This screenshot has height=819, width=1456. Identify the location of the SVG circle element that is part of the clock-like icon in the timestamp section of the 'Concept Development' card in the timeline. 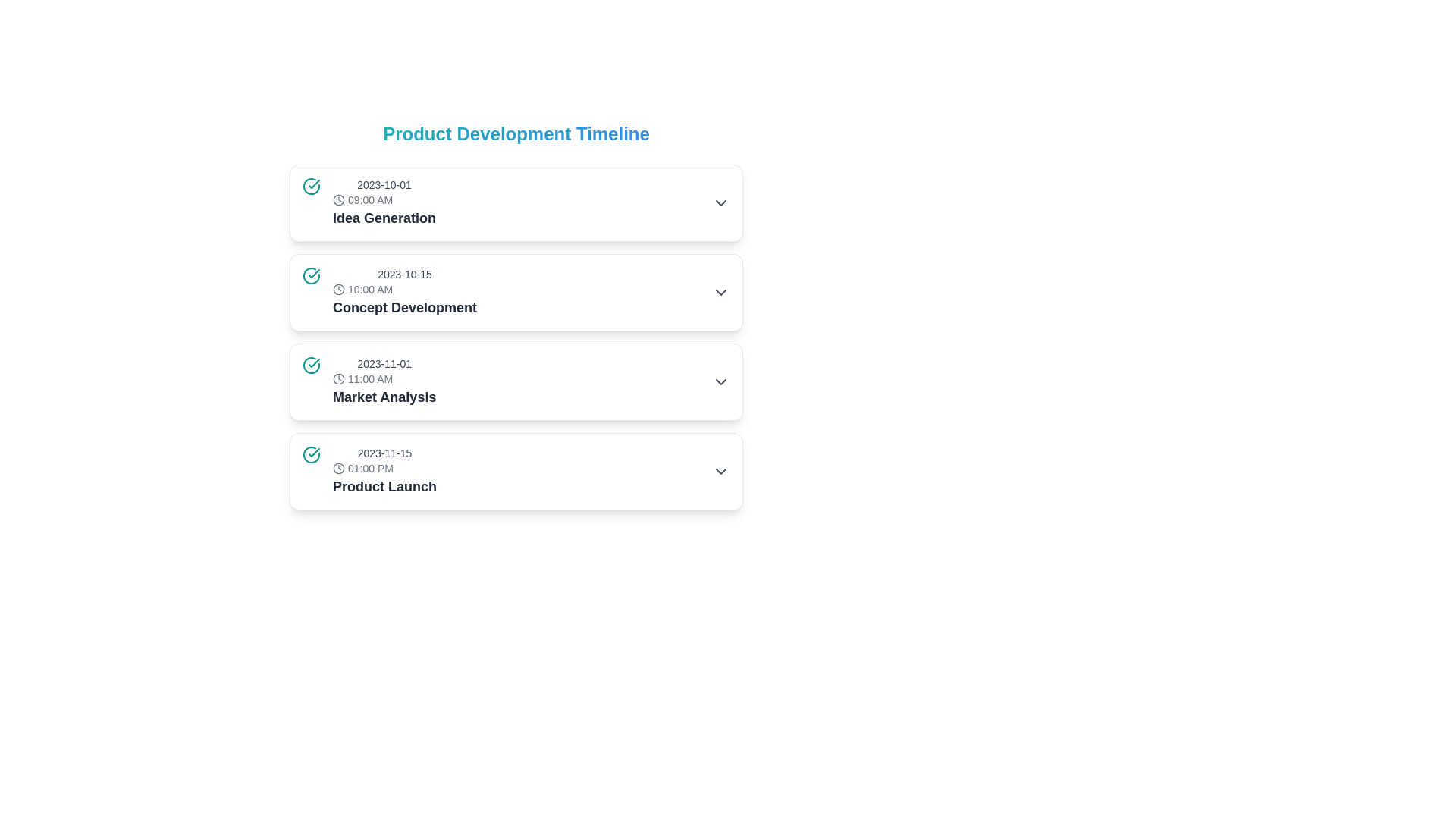
(337, 289).